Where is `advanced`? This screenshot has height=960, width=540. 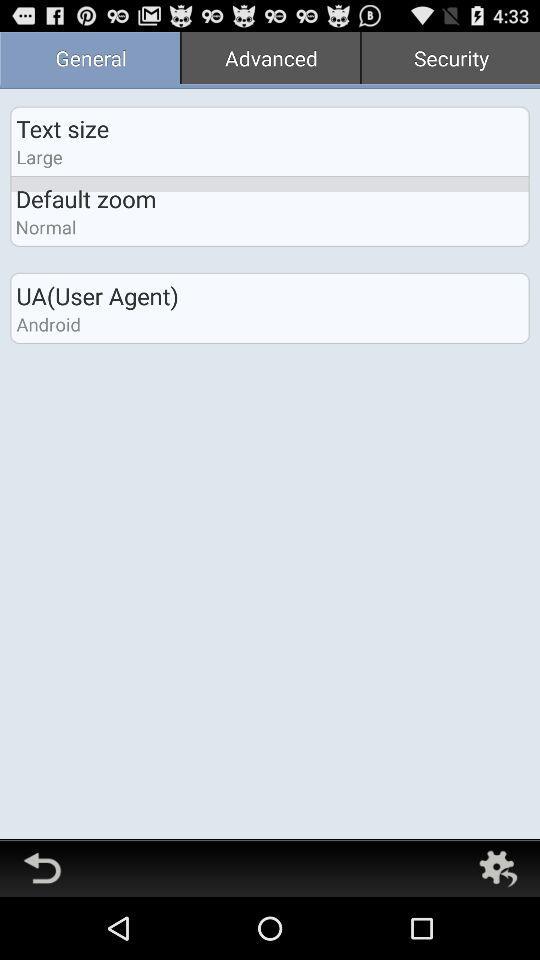 advanced is located at coordinates (270, 59).